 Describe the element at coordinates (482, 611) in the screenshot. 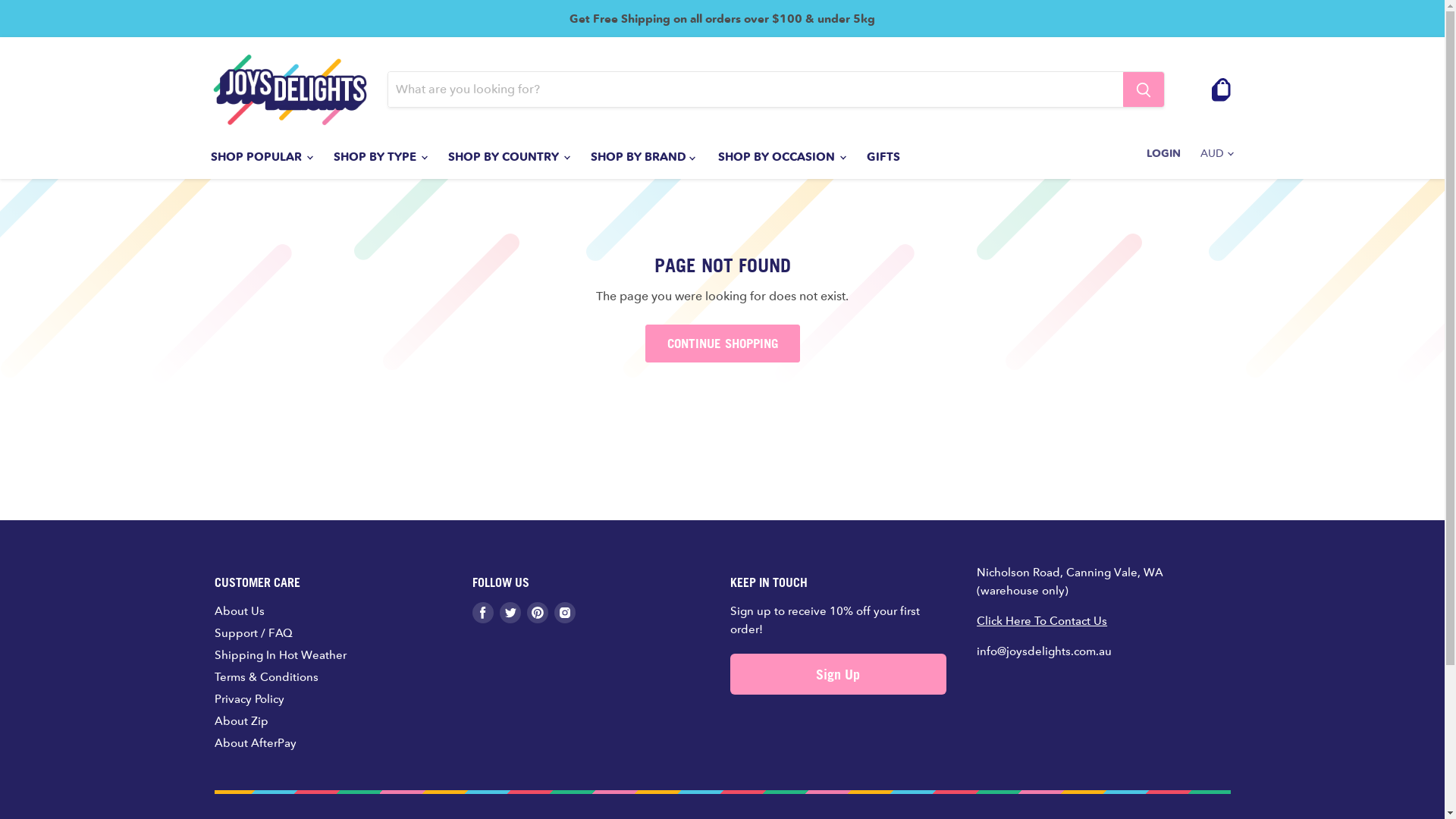

I see `'Find us on Facebook'` at that location.